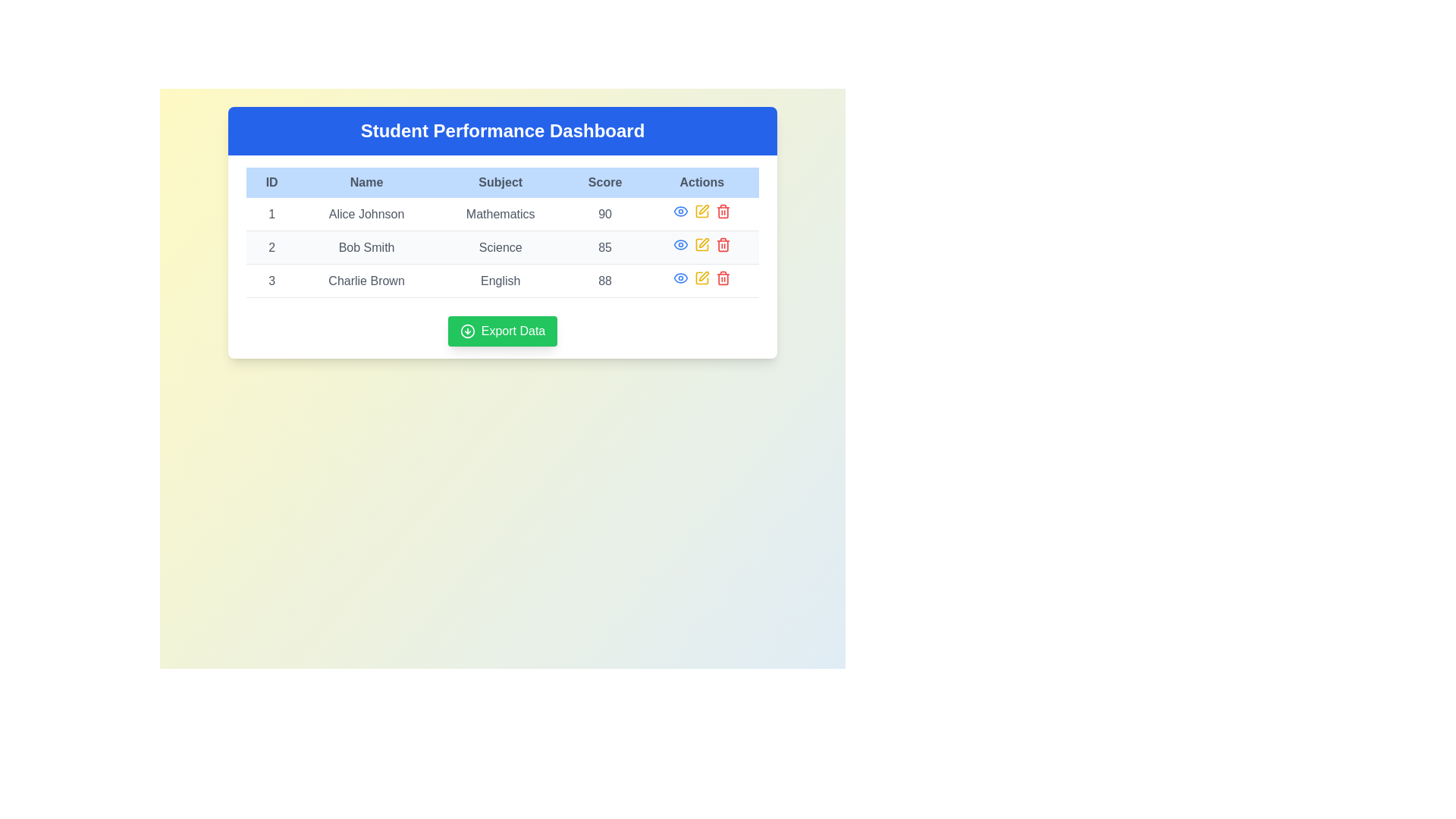 The image size is (1456, 819). I want to click on the numeric text label '85' in the 'Score' column for Bob Smith's 'Science' subject, located in the second row of the table, so click(604, 246).